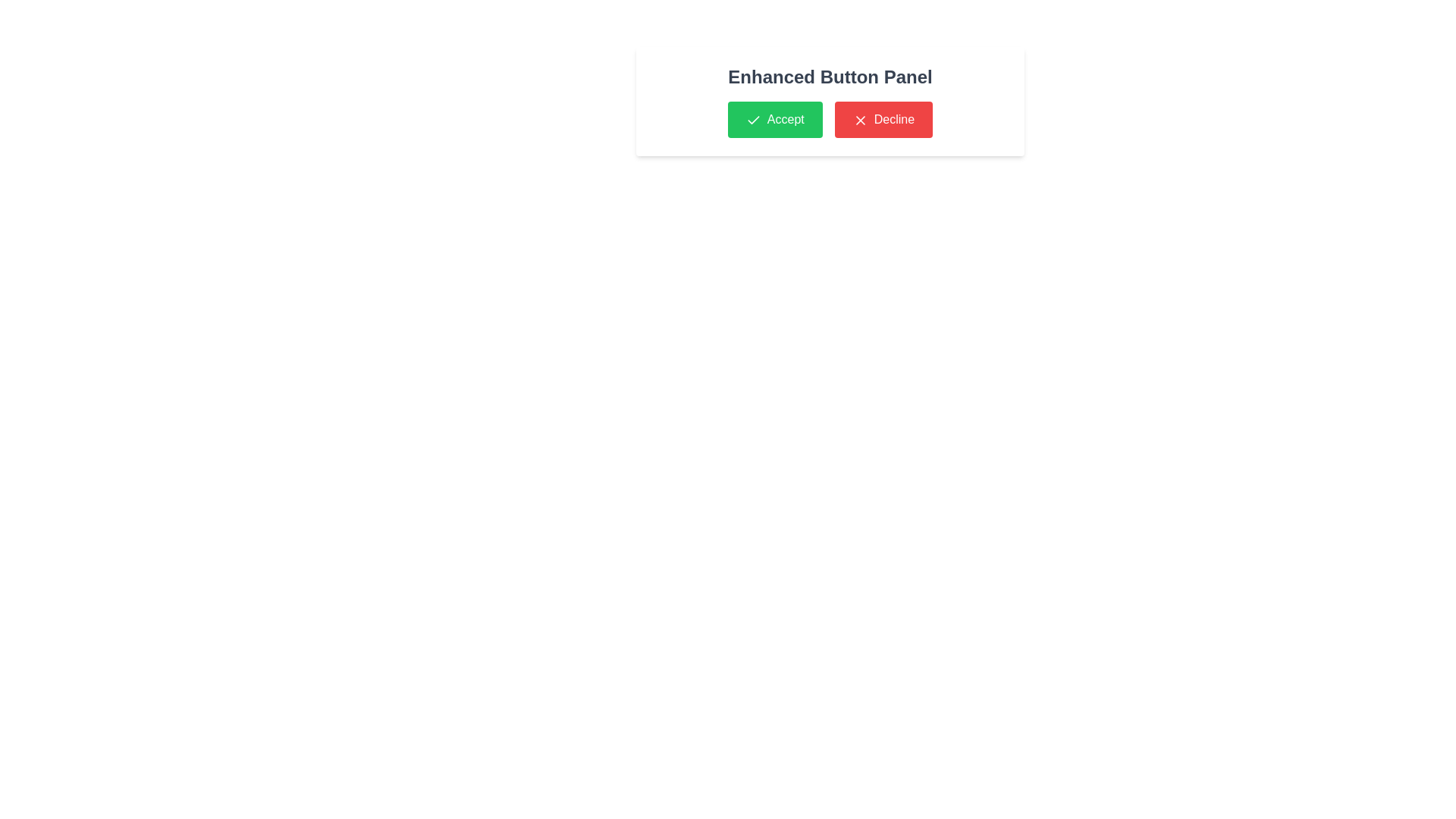 This screenshot has height=819, width=1456. What do you see at coordinates (775, 119) in the screenshot?
I see `the green 'Accept' button with a white checkmark icon, located as the leftmost button in a horizontal row` at bounding box center [775, 119].